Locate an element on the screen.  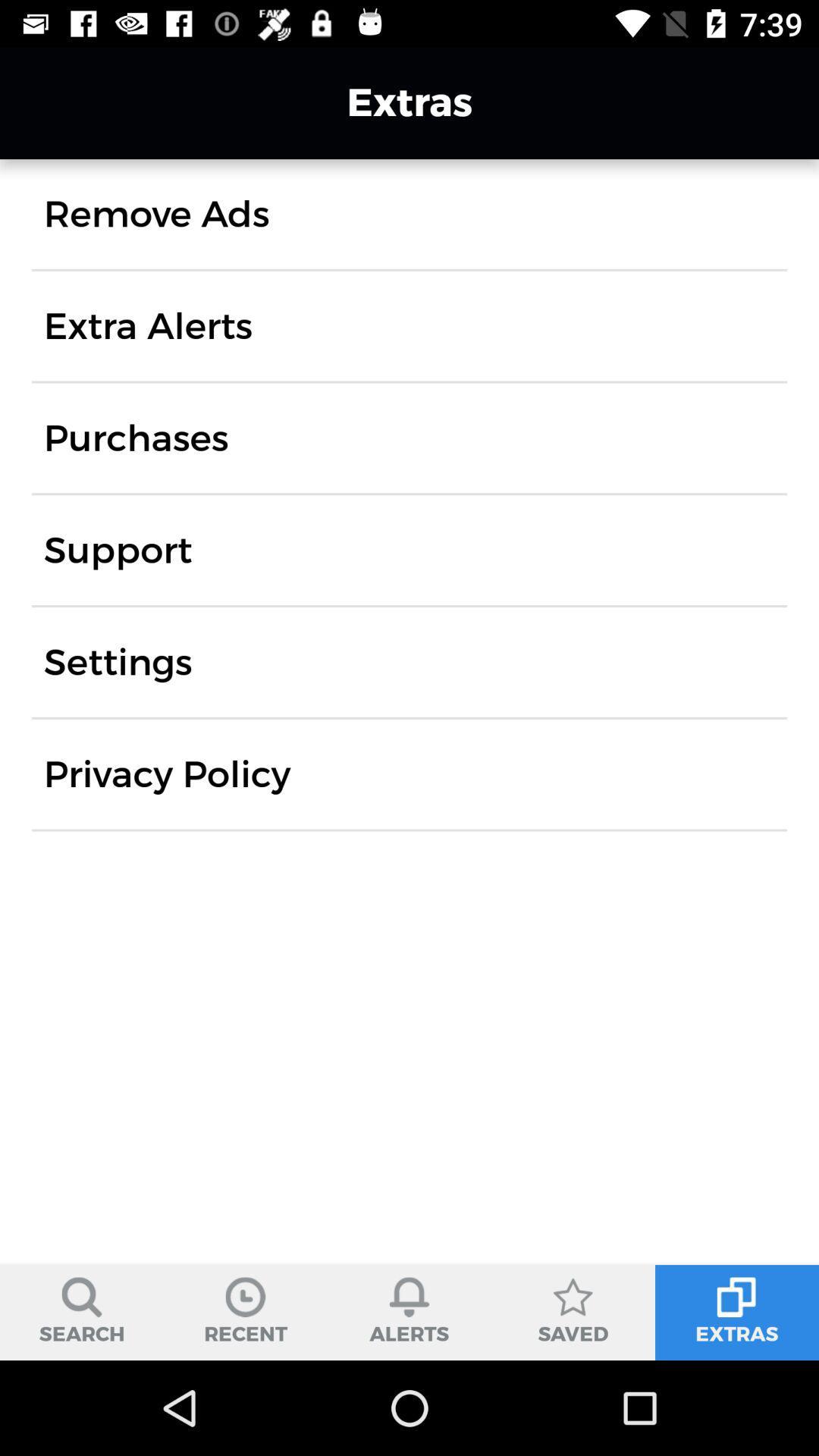
the settings item is located at coordinates (117, 662).